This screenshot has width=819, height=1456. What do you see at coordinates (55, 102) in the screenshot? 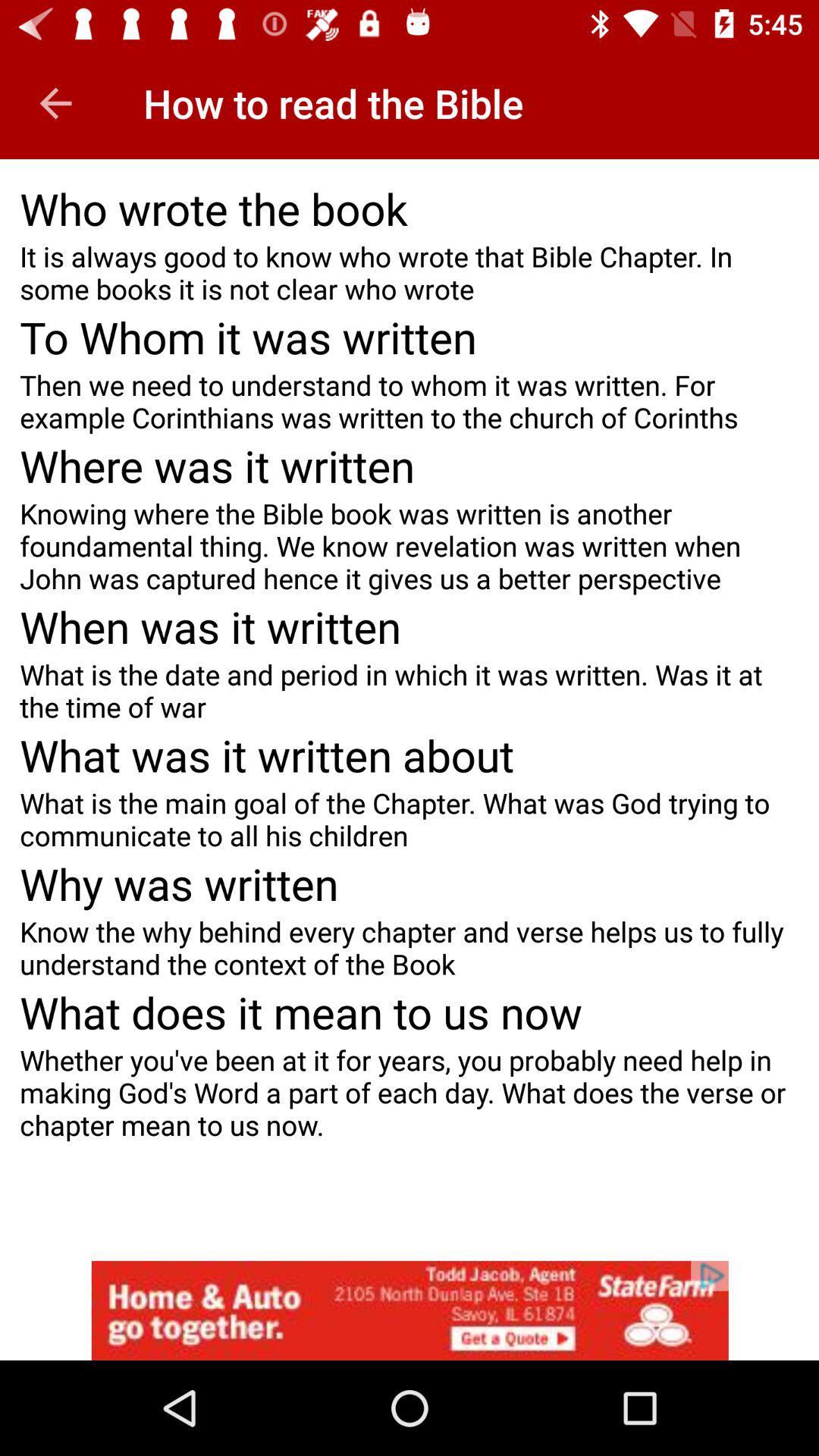
I see `back page` at bounding box center [55, 102].